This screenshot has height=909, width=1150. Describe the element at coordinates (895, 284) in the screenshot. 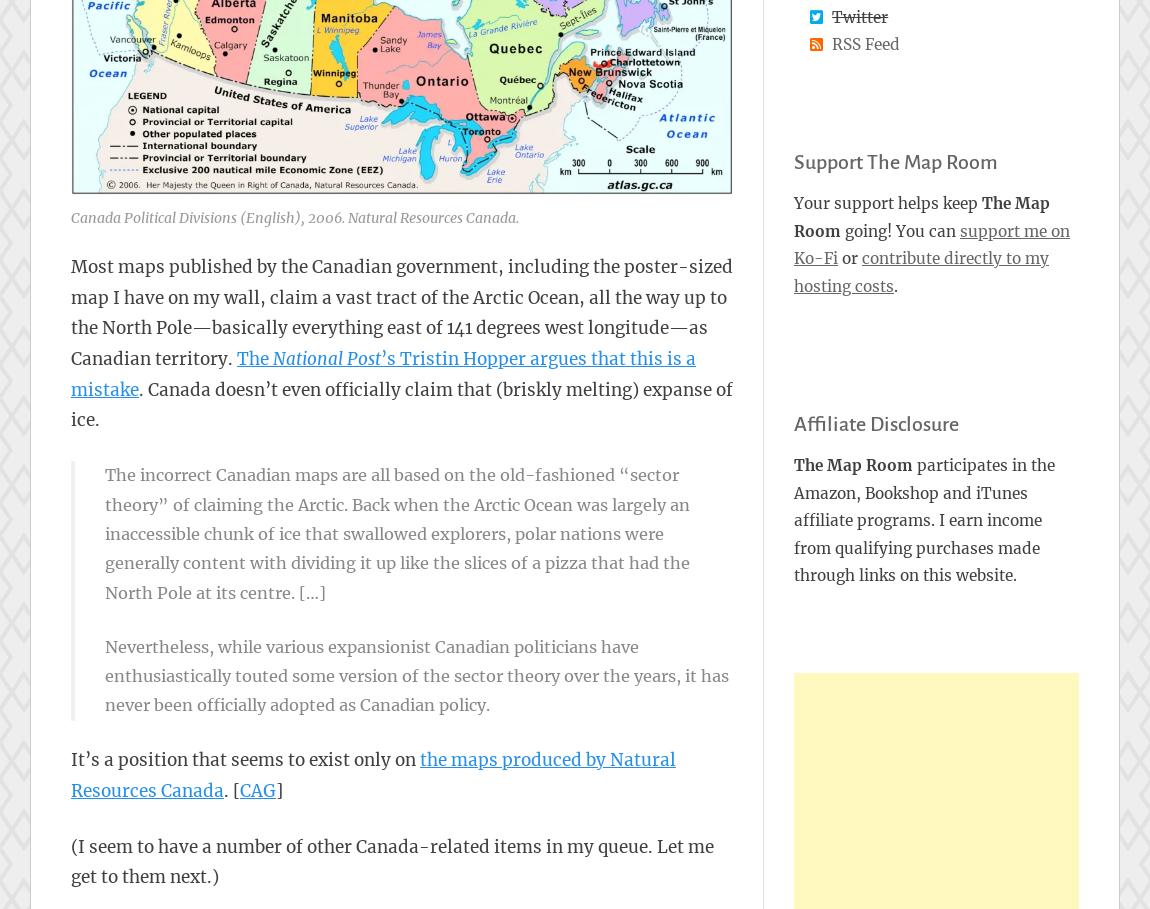

I see `'.'` at that location.